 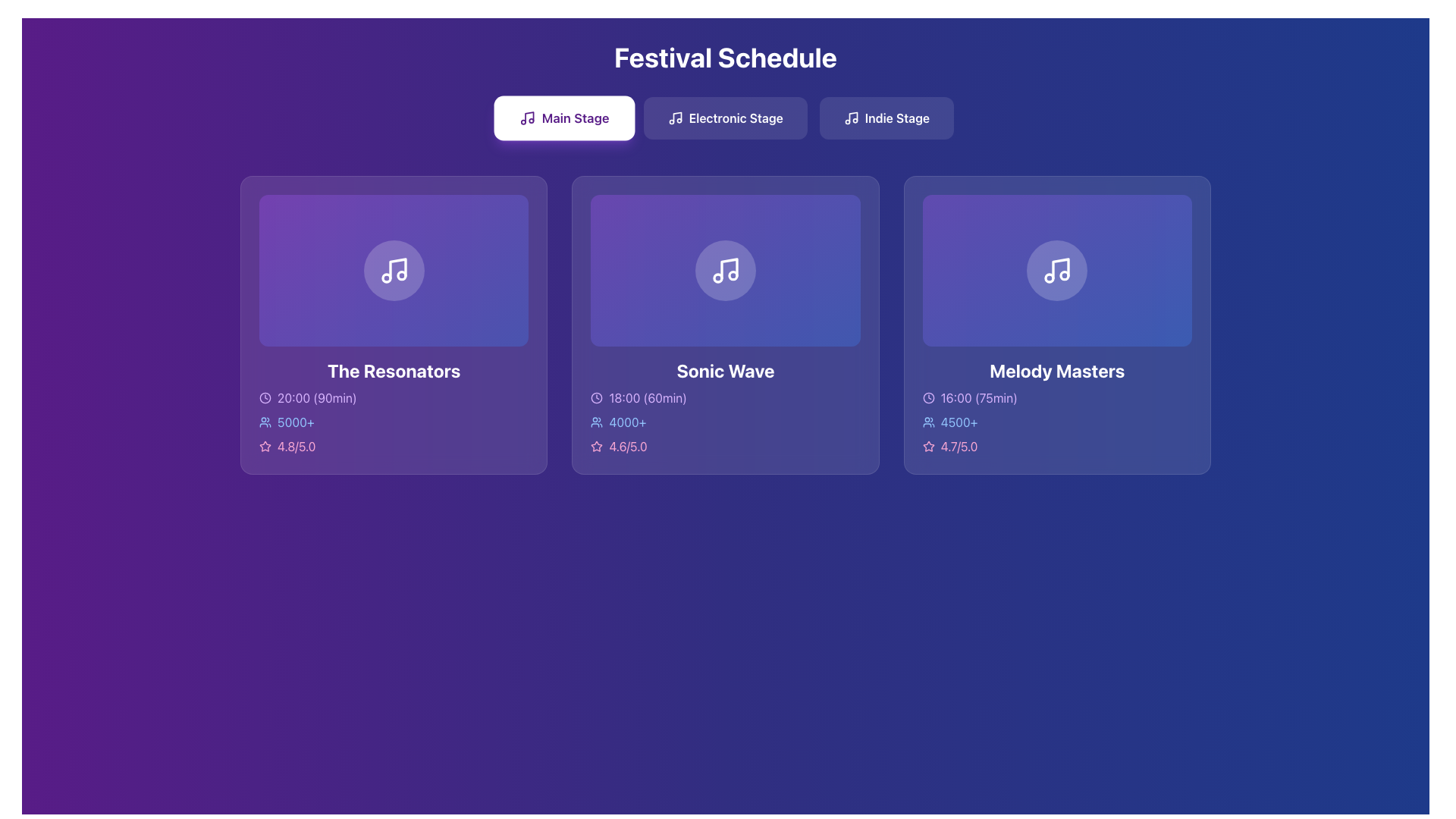 What do you see at coordinates (574, 117) in the screenshot?
I see `the label indicating the current selection among stage categories in the festival schedule interface, located near the top center alongside buttons labeled 'Electronic Stage' and 'Indie Stage'` at bounding box center [574, 117].